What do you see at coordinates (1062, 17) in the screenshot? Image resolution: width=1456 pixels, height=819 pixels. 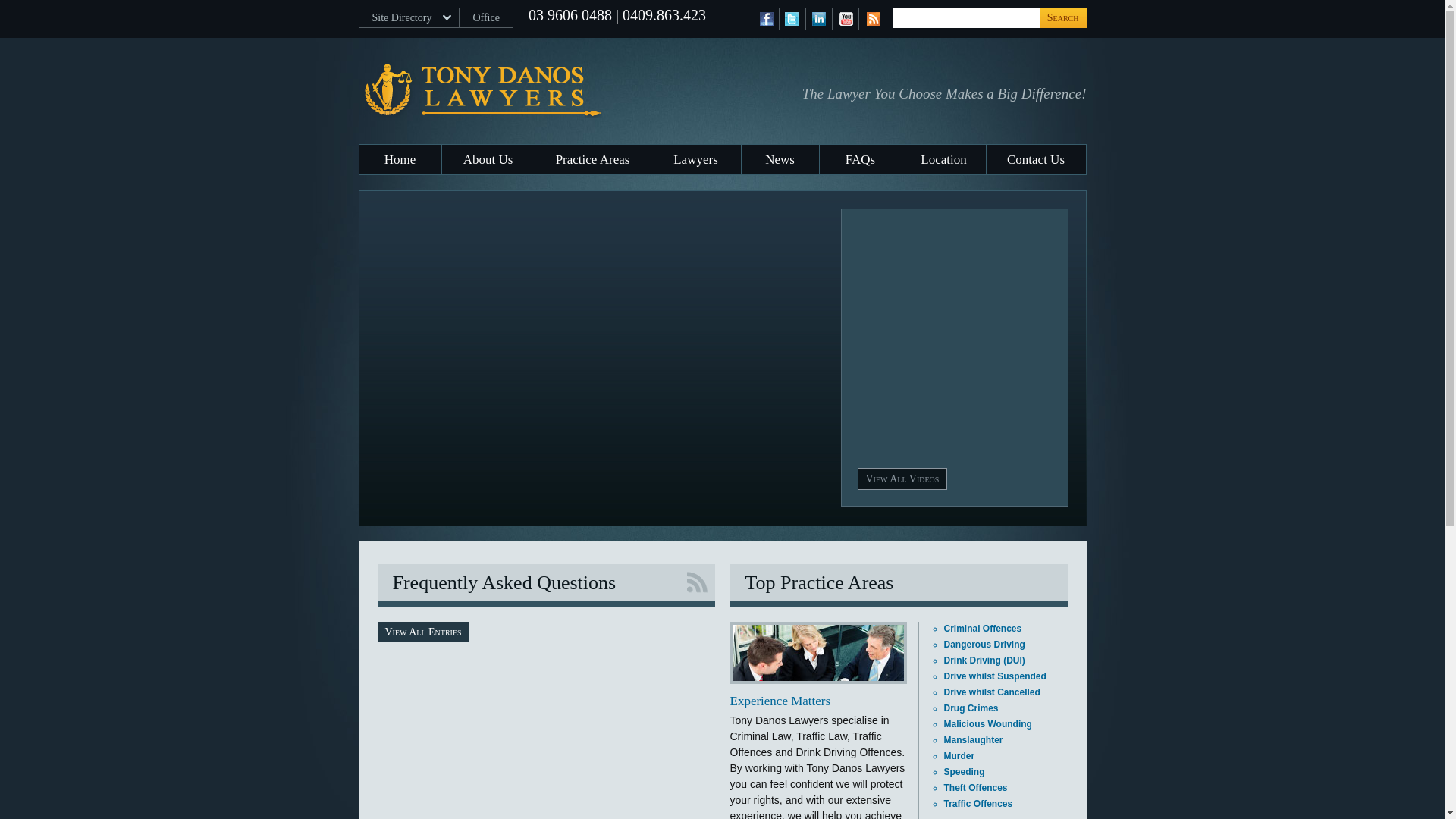 I see `'Search'` at bounding box center [1062, 17].